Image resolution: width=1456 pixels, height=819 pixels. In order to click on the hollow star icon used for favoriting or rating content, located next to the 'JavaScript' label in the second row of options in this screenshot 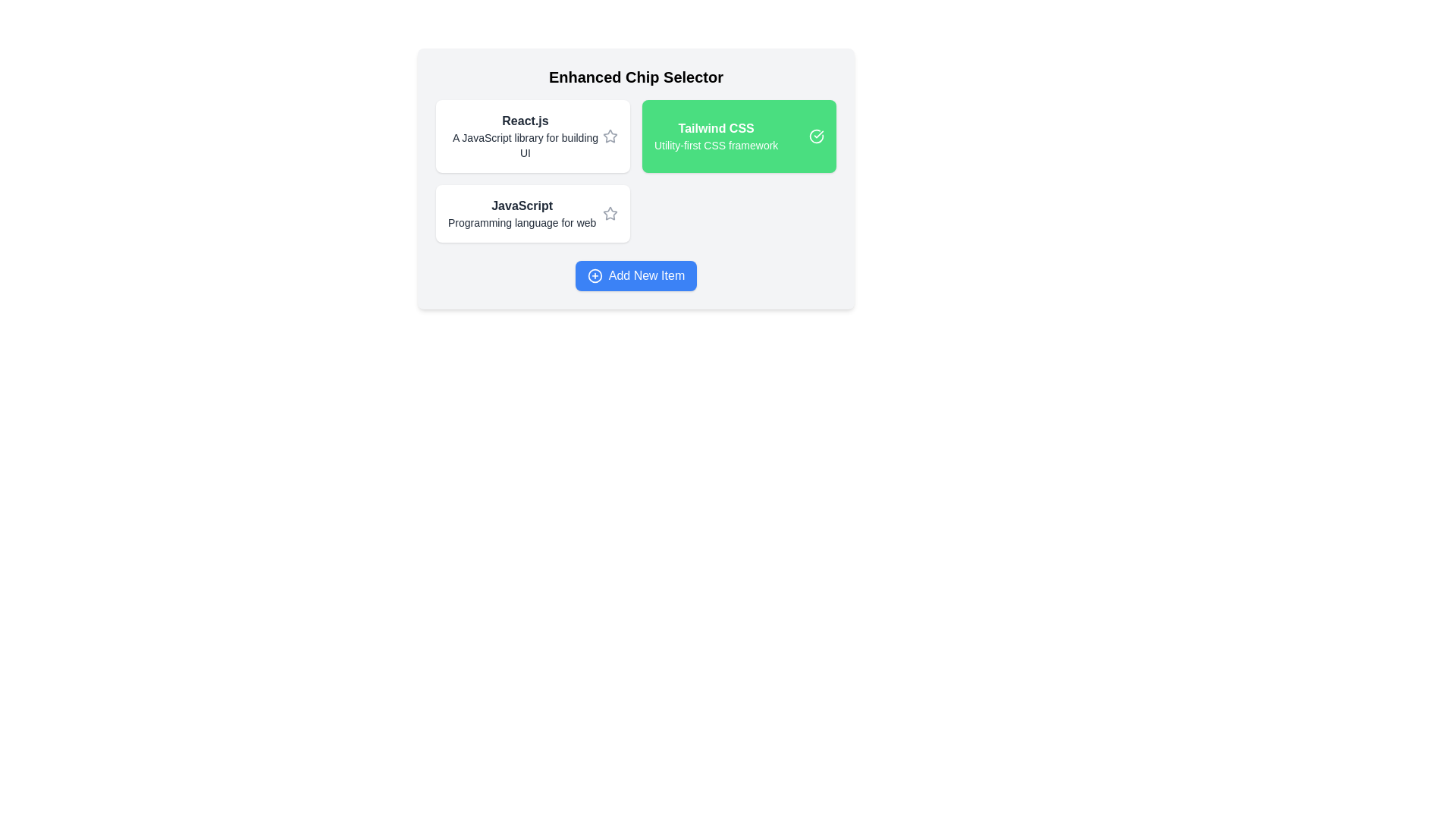, I will do `click(610, 213)`.